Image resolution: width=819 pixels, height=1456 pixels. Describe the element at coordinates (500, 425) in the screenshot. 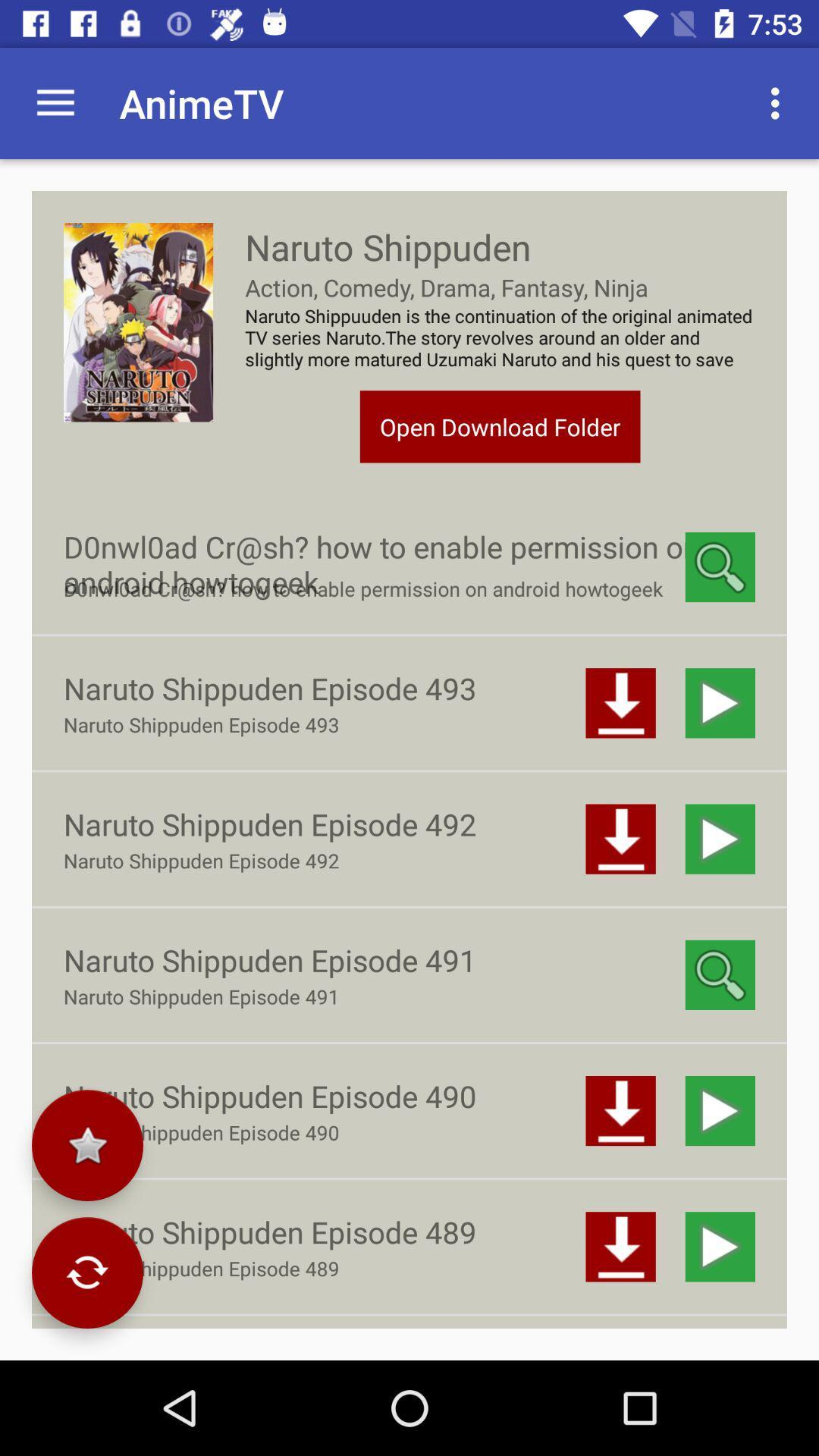

I see `item above the d0nwl0ad cr sh` at that location.